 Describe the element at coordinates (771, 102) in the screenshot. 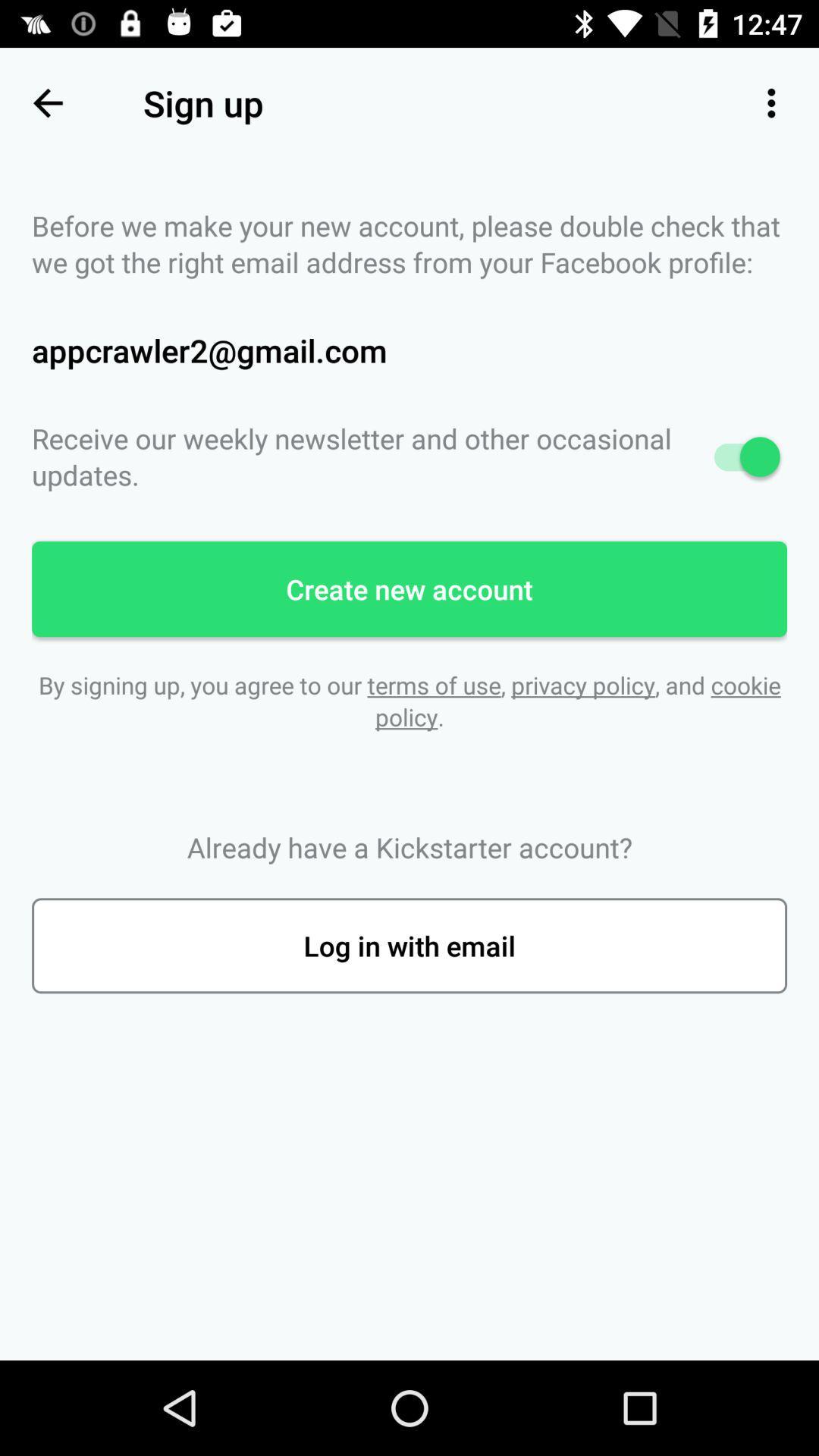

I see `the icon at the top right corner` at that location.